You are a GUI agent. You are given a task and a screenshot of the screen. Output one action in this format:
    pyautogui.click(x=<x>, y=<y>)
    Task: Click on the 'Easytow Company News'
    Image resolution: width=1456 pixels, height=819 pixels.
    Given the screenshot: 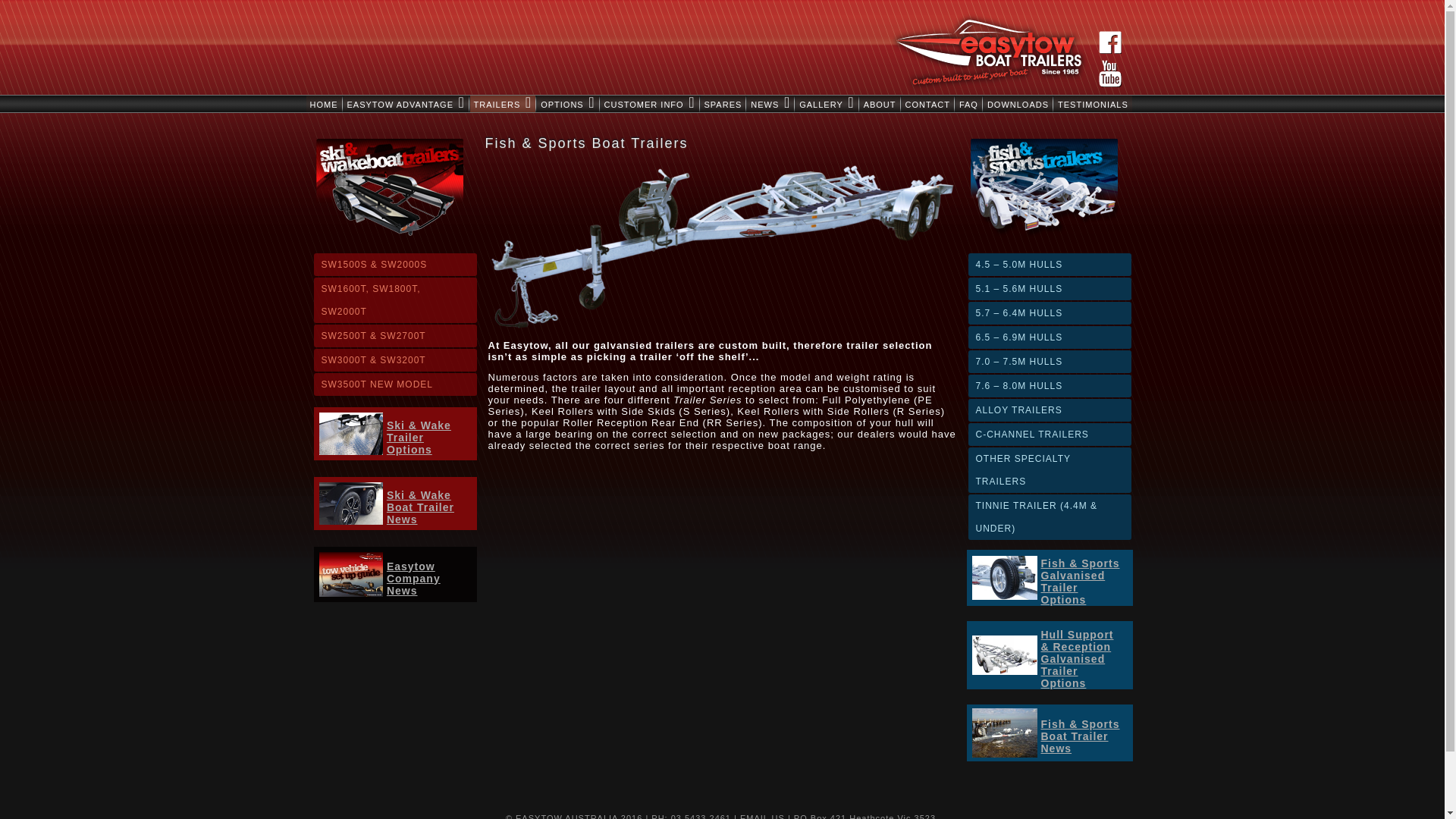 What is the action you would take?
    pyautogui.click(x=413, y=579)
    